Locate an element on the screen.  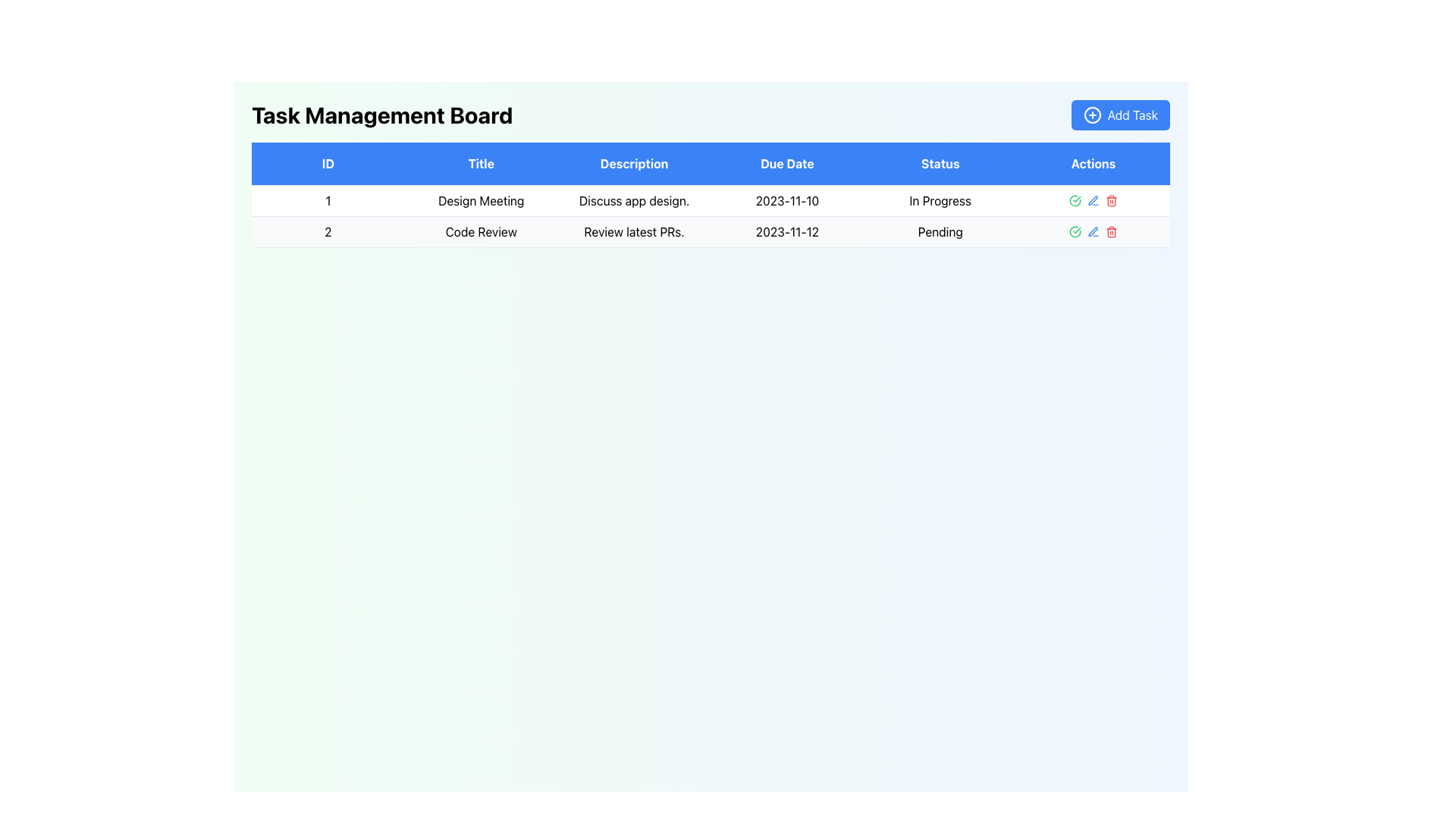
the small blue pen-shaped icon located in the 'Actions' column of the second row, which is the second icon from the right is located at coordinates (1094, 231).